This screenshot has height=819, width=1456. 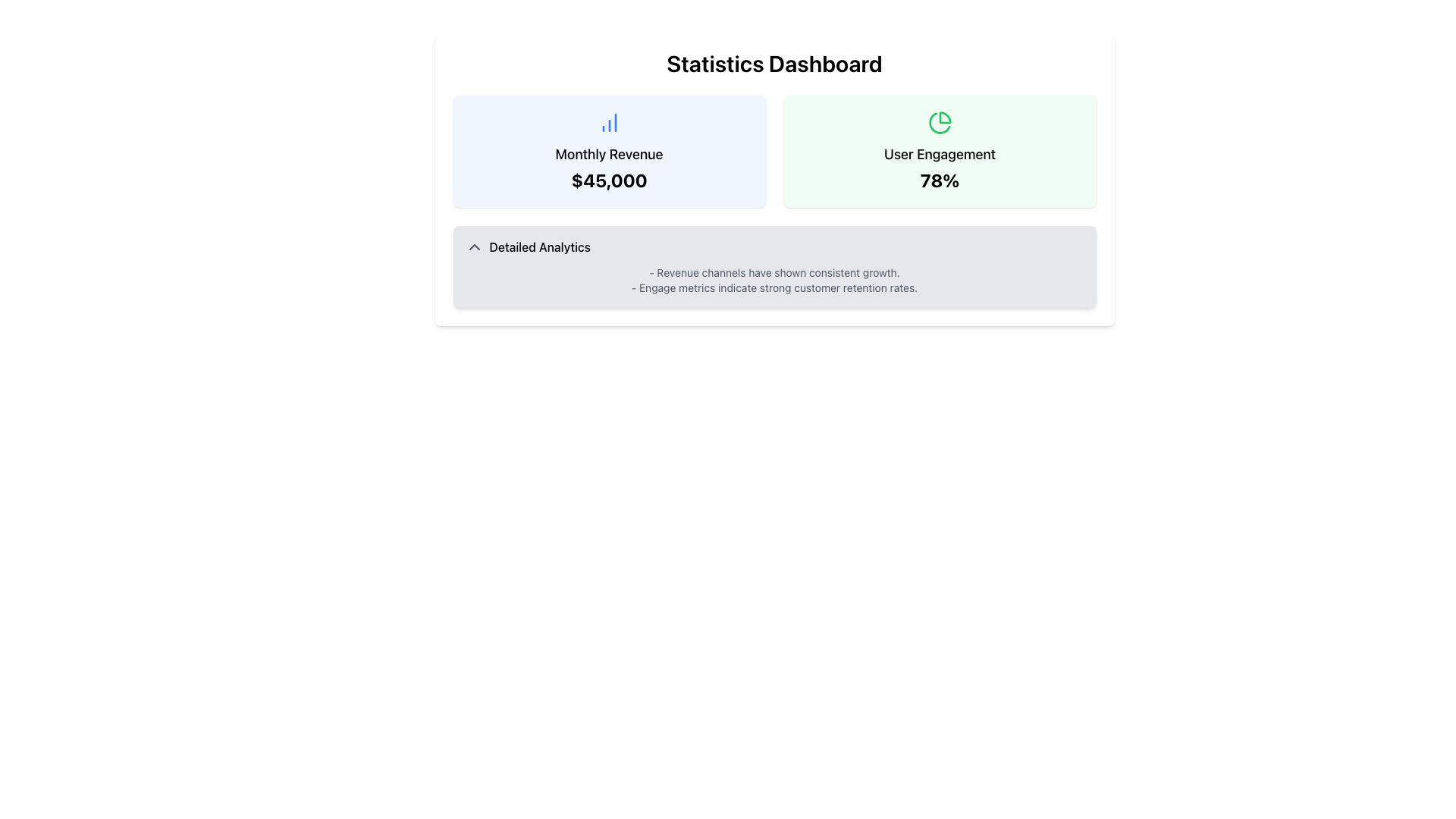 What do you see at coordinates (540, 246) in the screenshot?
I see `the text label displaying 'Detailed Analytics', which is styled in black and positioned adjacent to a downward arrow icon` at bounding box center [540, 246].